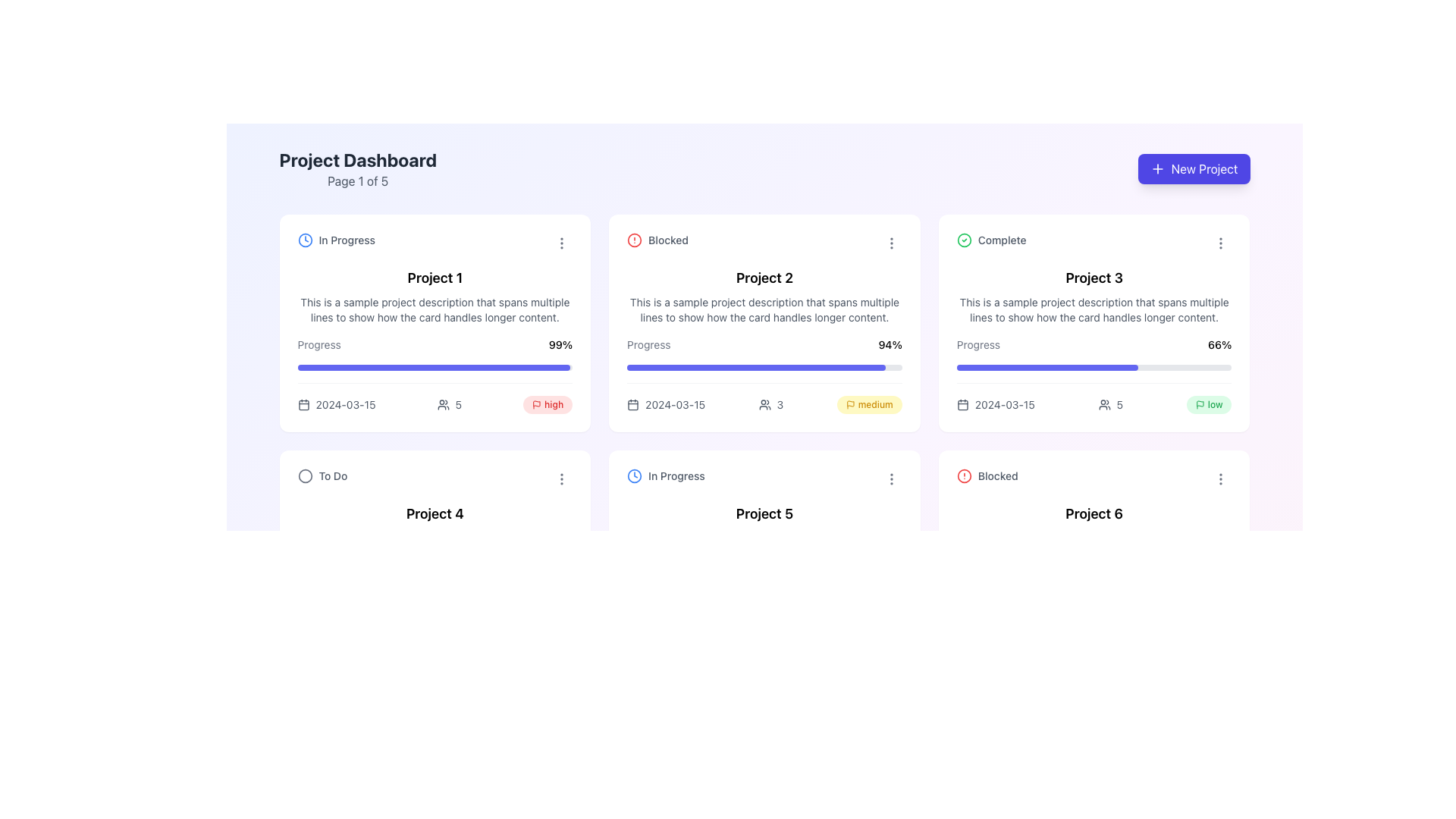 The width and height of the screenshot is (1456, 819). Describe the element at coordinates (1094, 278) in the screenshot. I see `the text label identifying the project as 'Project 3' located in the third card from the left in the top row of the 'Complete' section` at that location.